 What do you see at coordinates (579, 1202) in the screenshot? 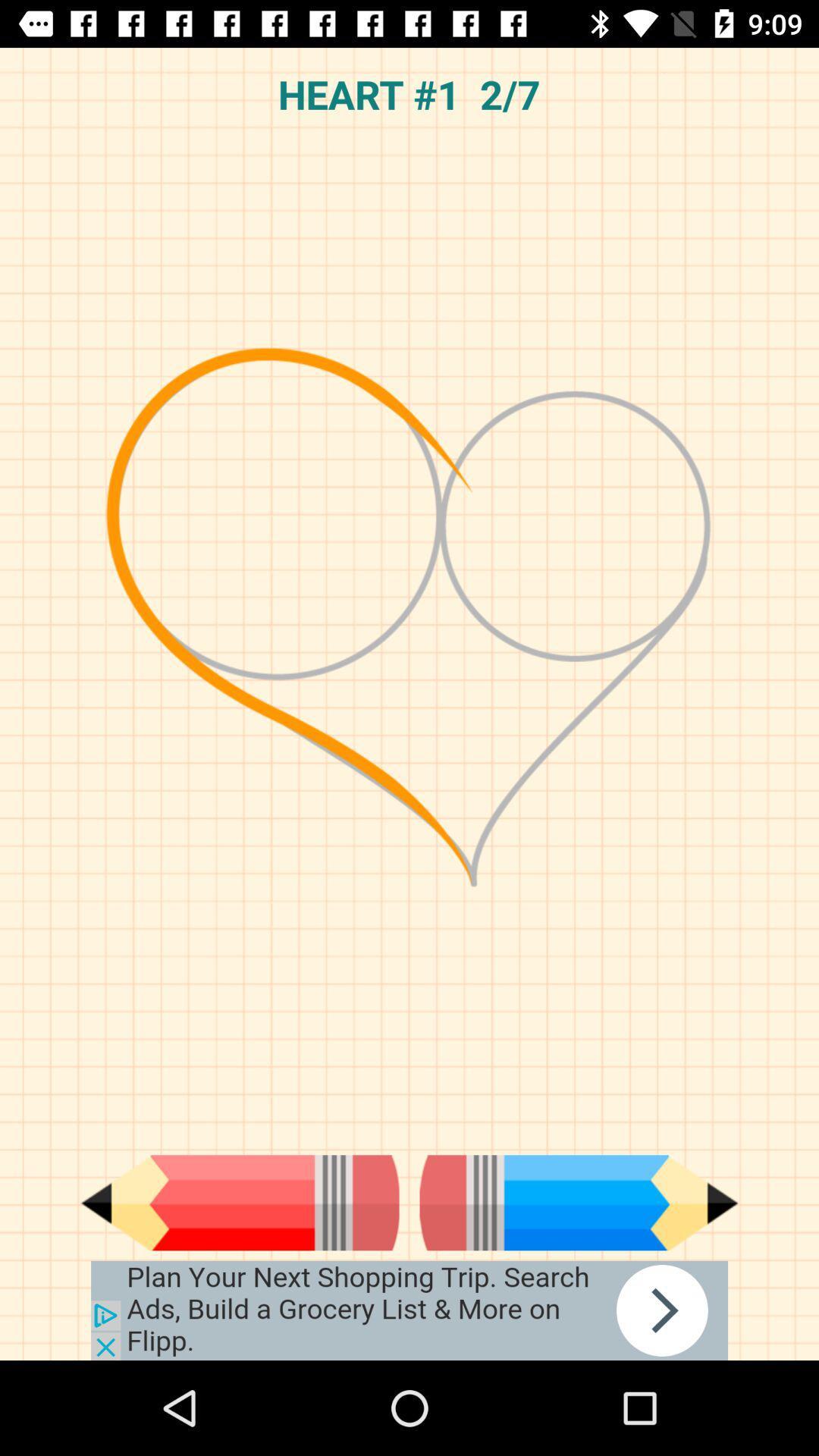
I see `go forward` at bounding box center [579, 1202].